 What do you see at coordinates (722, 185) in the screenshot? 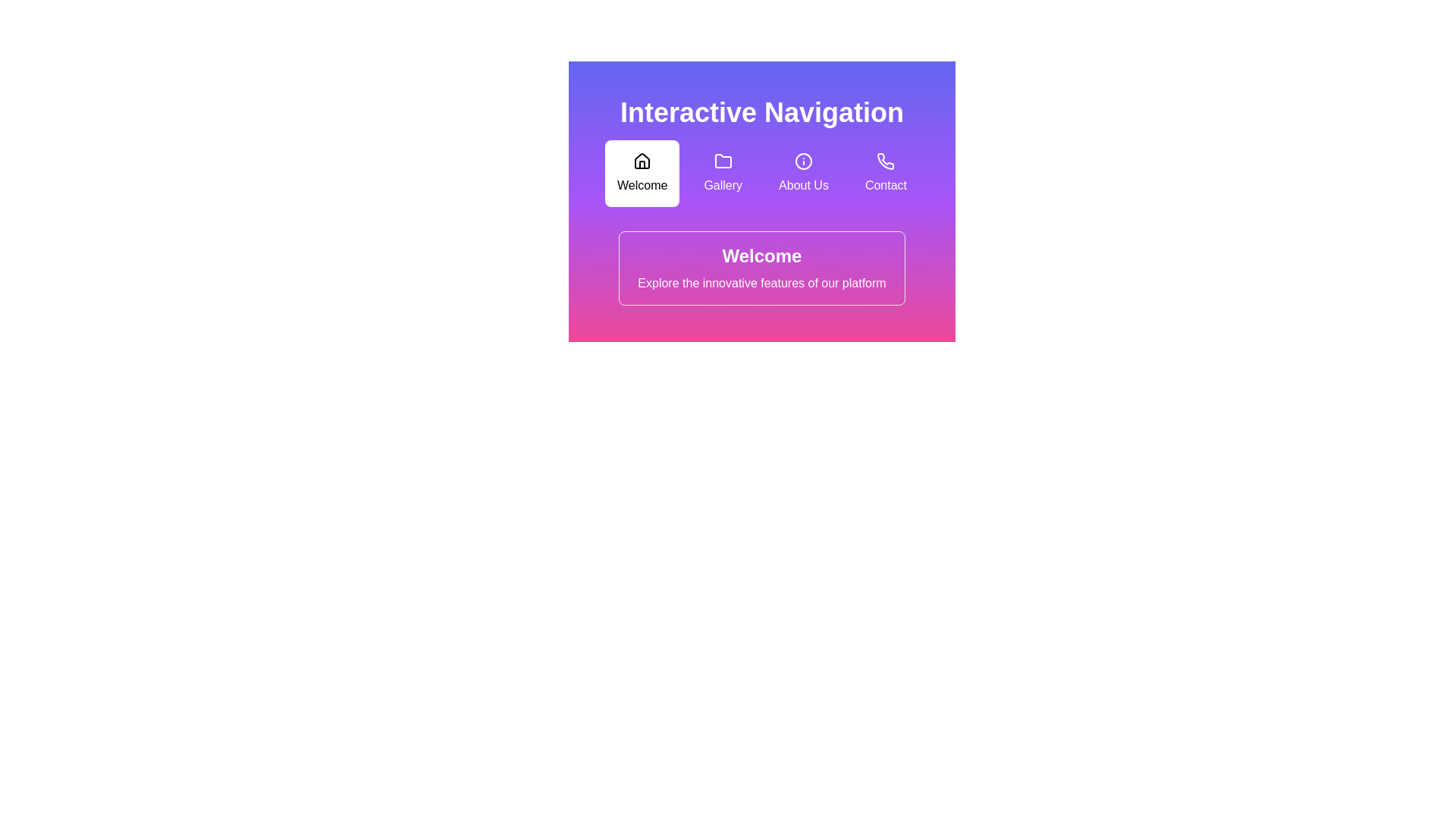
I see `the text label indicating the navigation item for the gallery, located below the folder icon in the interactive navigation menu` at bounding box center [722, 185].